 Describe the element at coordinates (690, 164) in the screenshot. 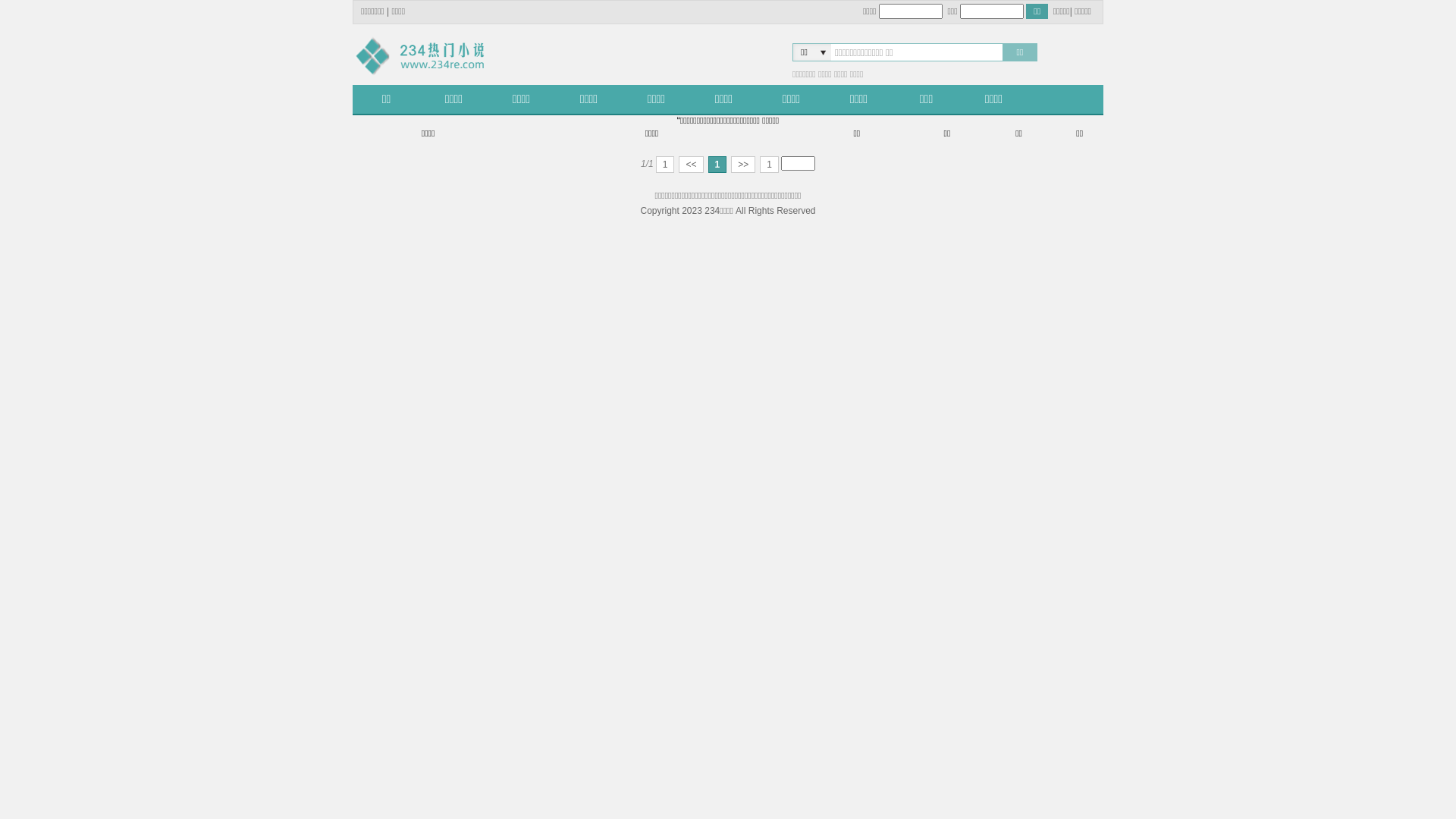

I see `'<<'` at that location.